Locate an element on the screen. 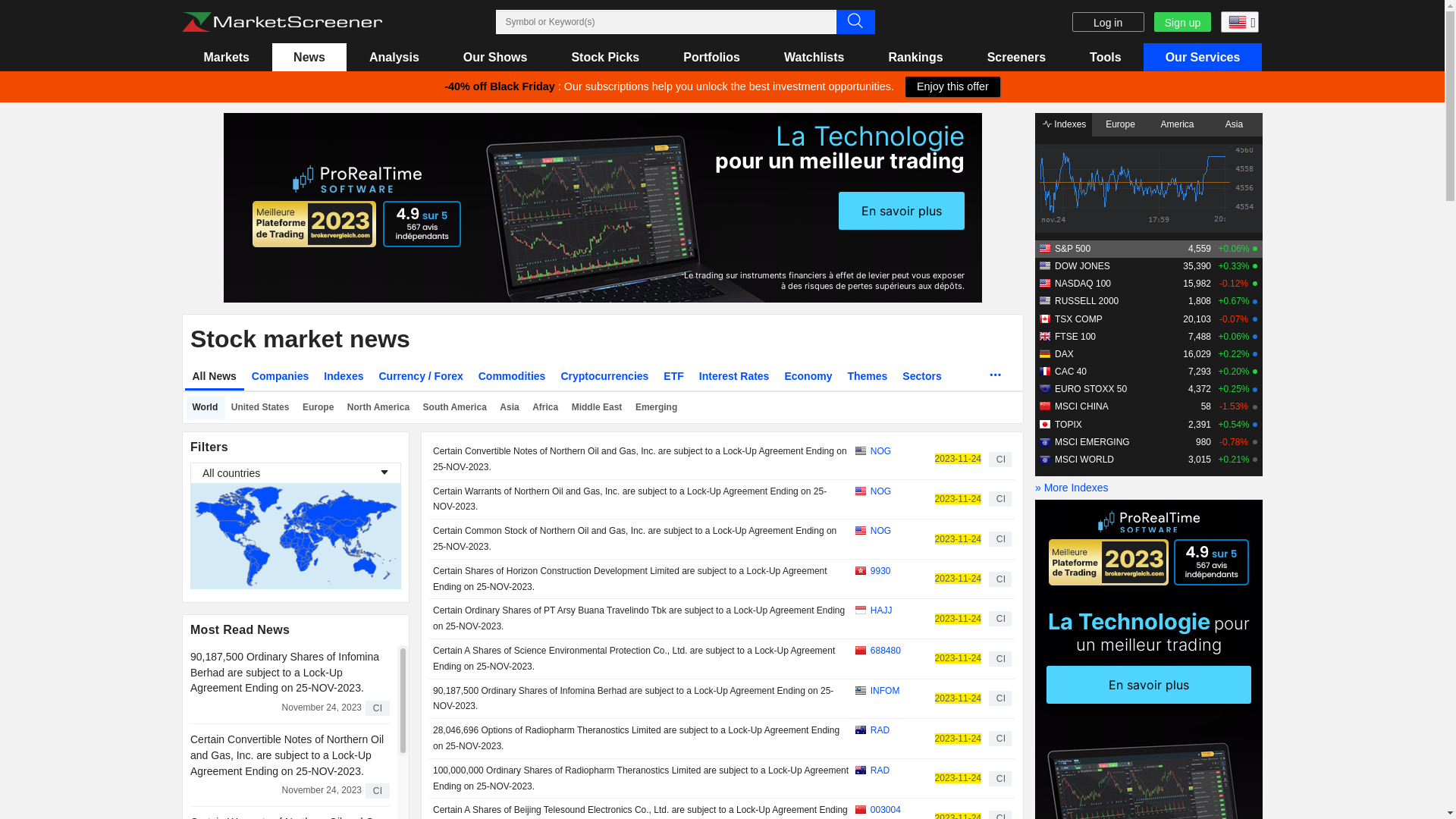 The height and width of the screenshot is (819, 1456). 'Most Read News' is located at coordinates (239, 629).